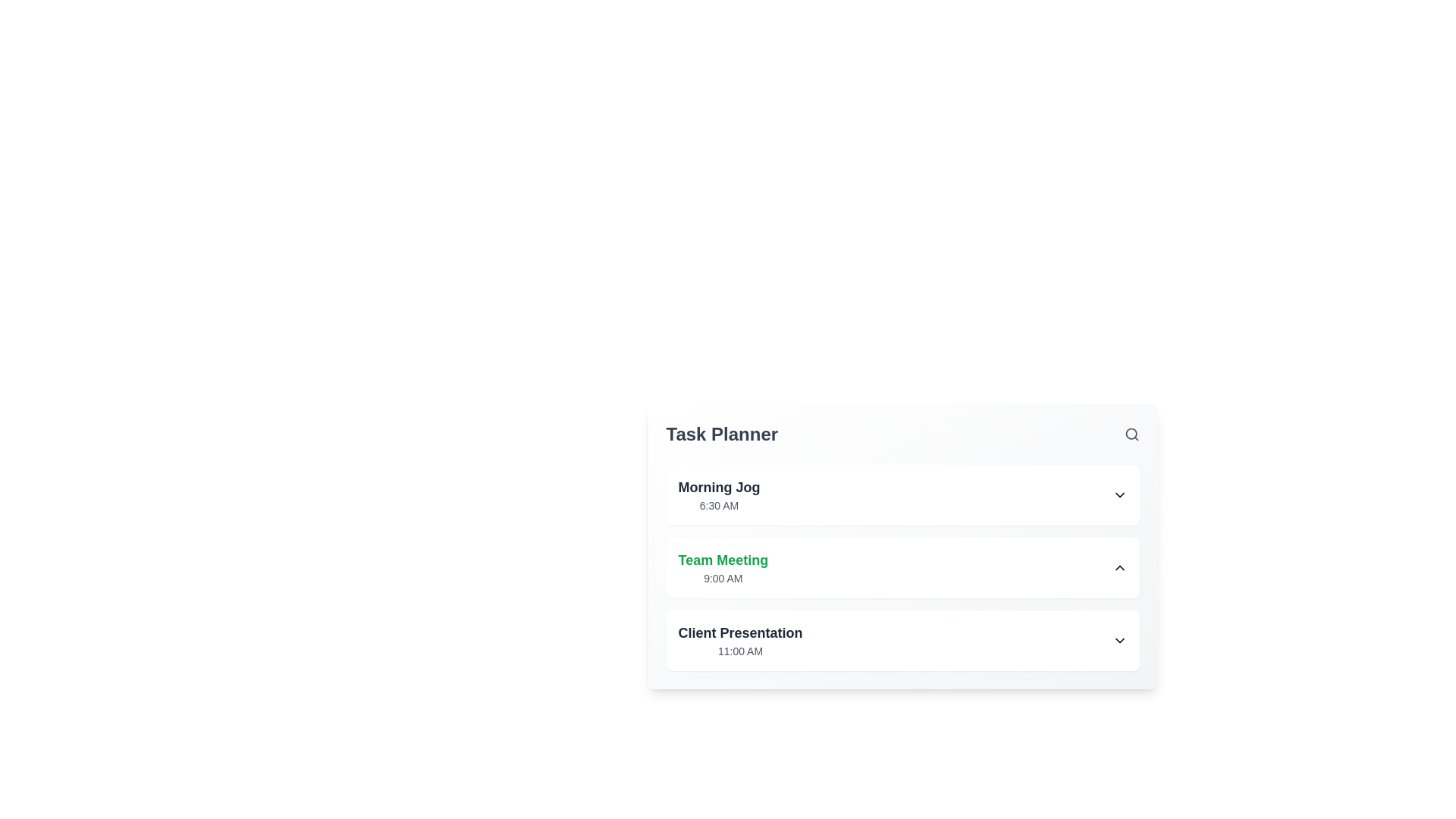  Describe the element at coordinates (722, 560) in the screenshot. I see `the text label displaying 'Team Meeting' in bold green font, which is the title of the second event in the list` at that location.